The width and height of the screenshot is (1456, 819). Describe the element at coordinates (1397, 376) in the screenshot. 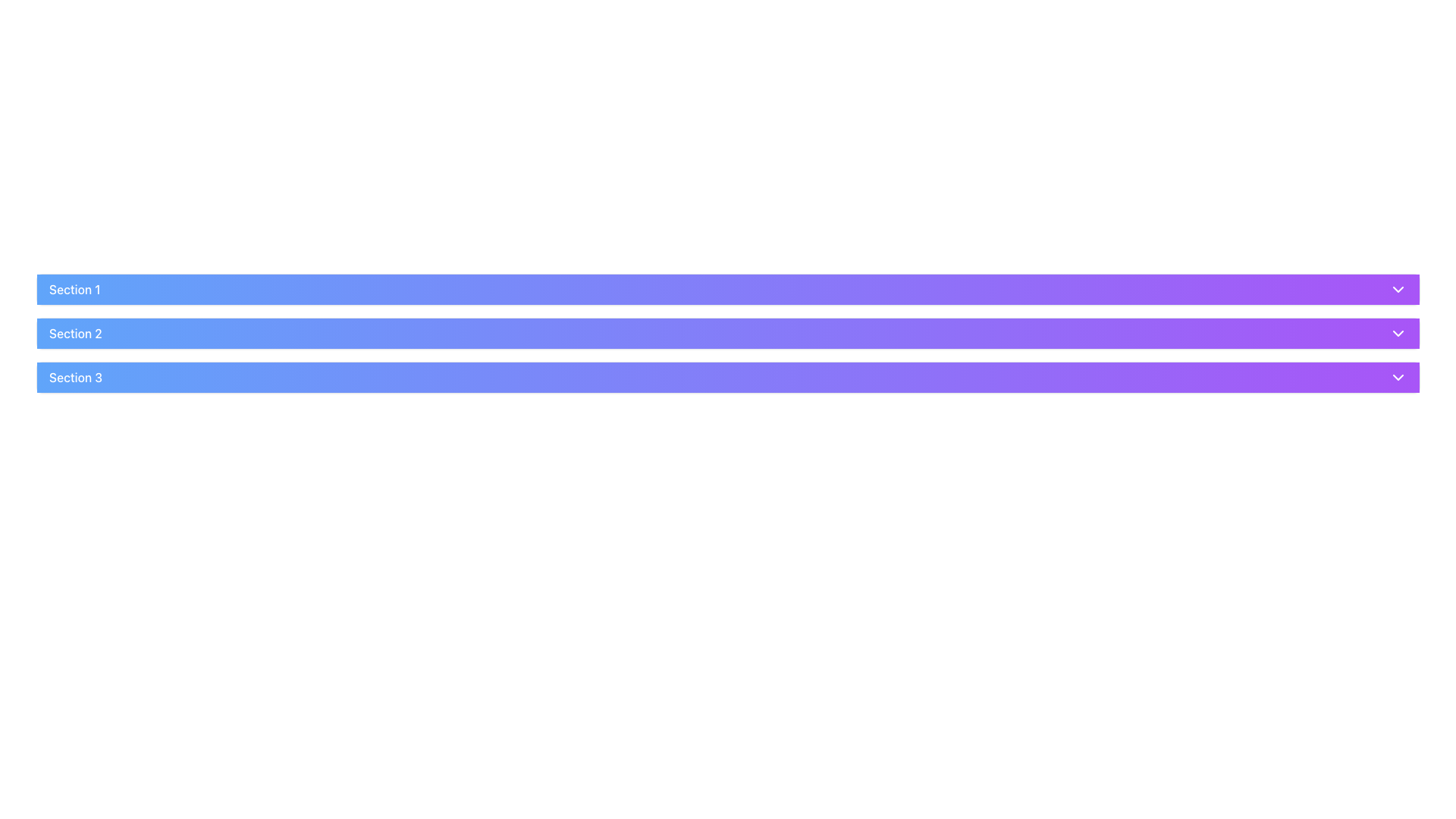

I see `the downward chevron arrow icon, which is white on a purple gradient background, located at the far right edge of the Section 3 bar` at that location.